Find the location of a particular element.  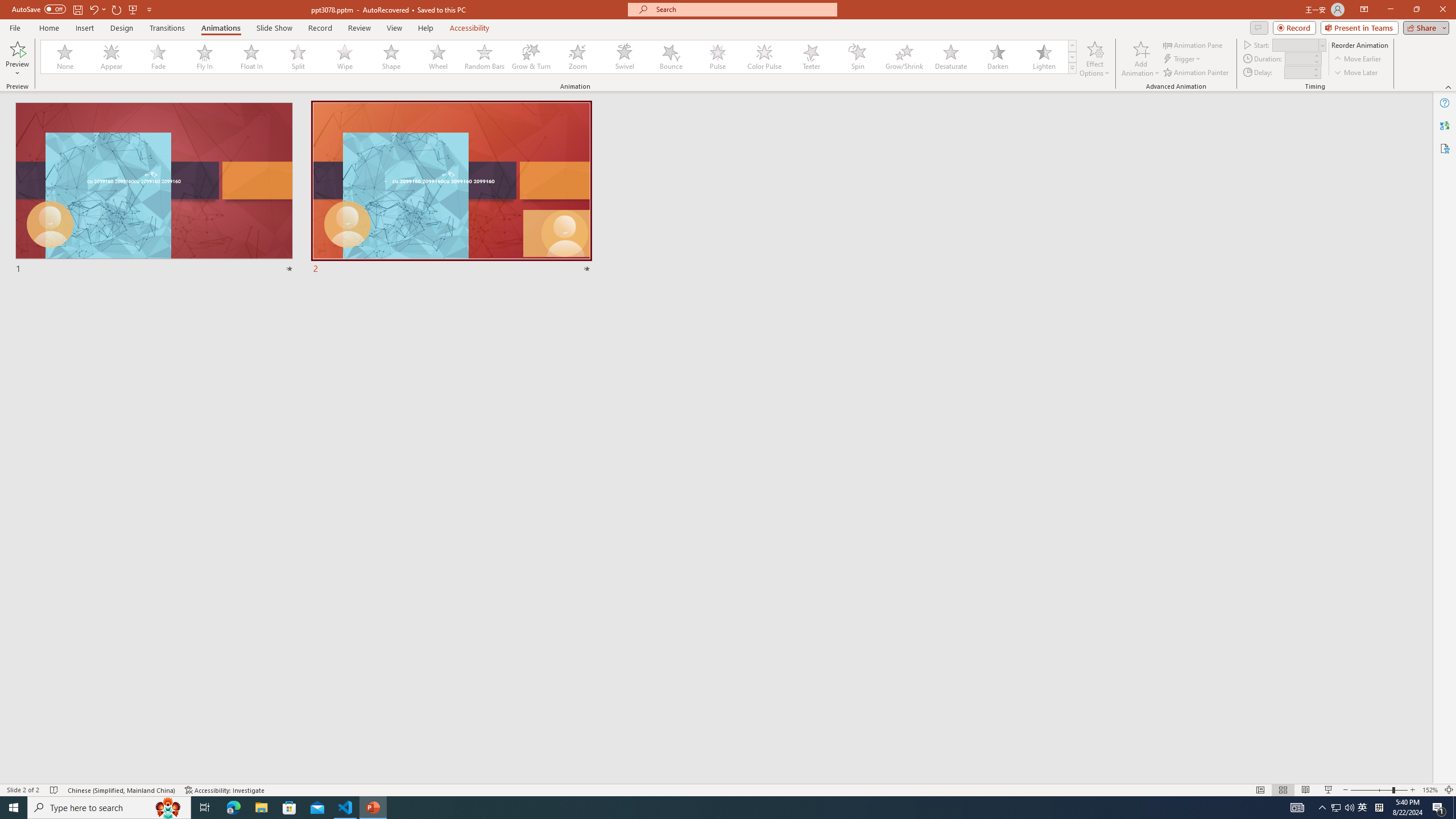

'Fade' is located at coordinates (158, 56).